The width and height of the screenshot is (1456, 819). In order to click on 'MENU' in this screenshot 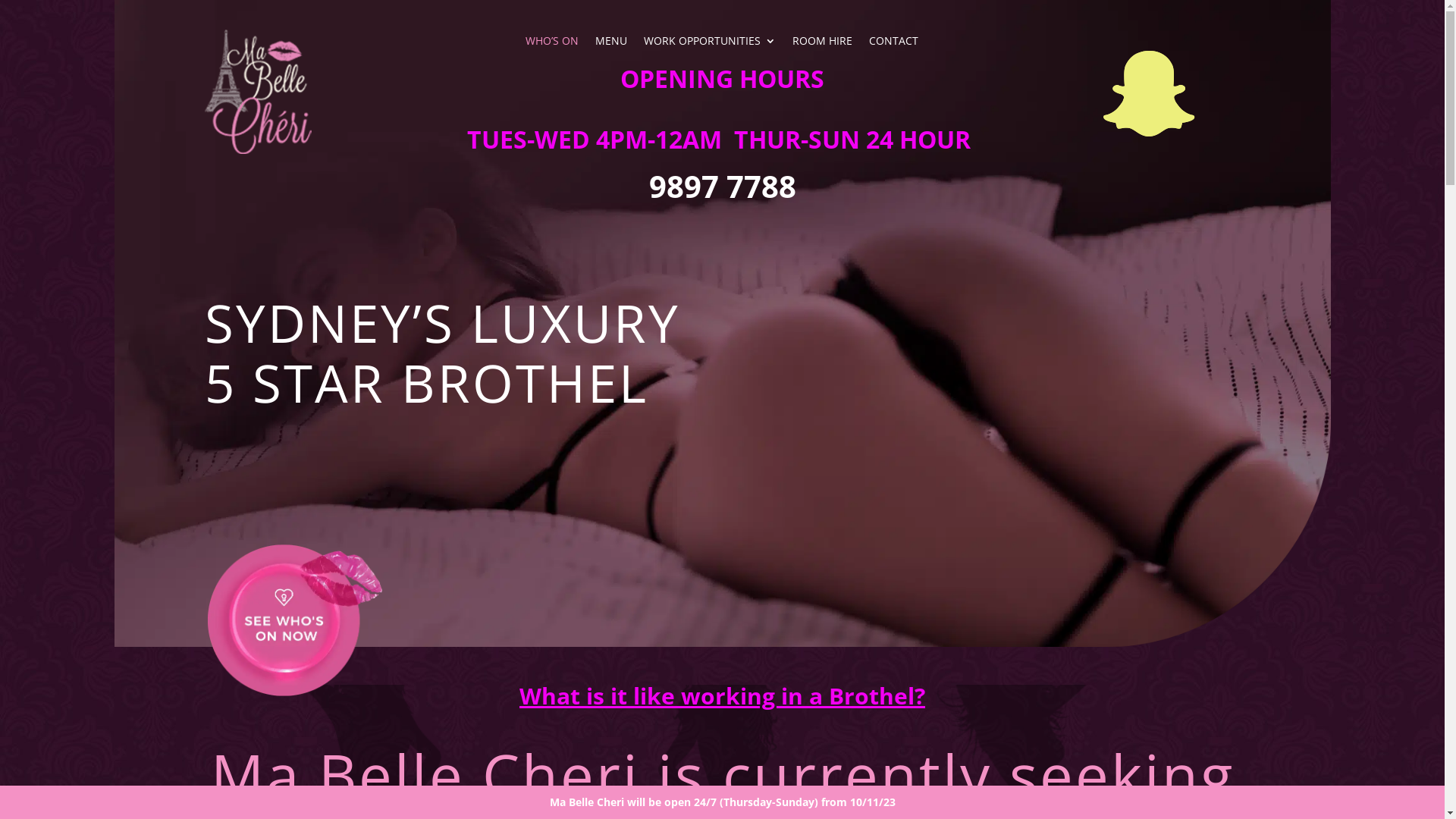, I will do `click(611, 42)`.